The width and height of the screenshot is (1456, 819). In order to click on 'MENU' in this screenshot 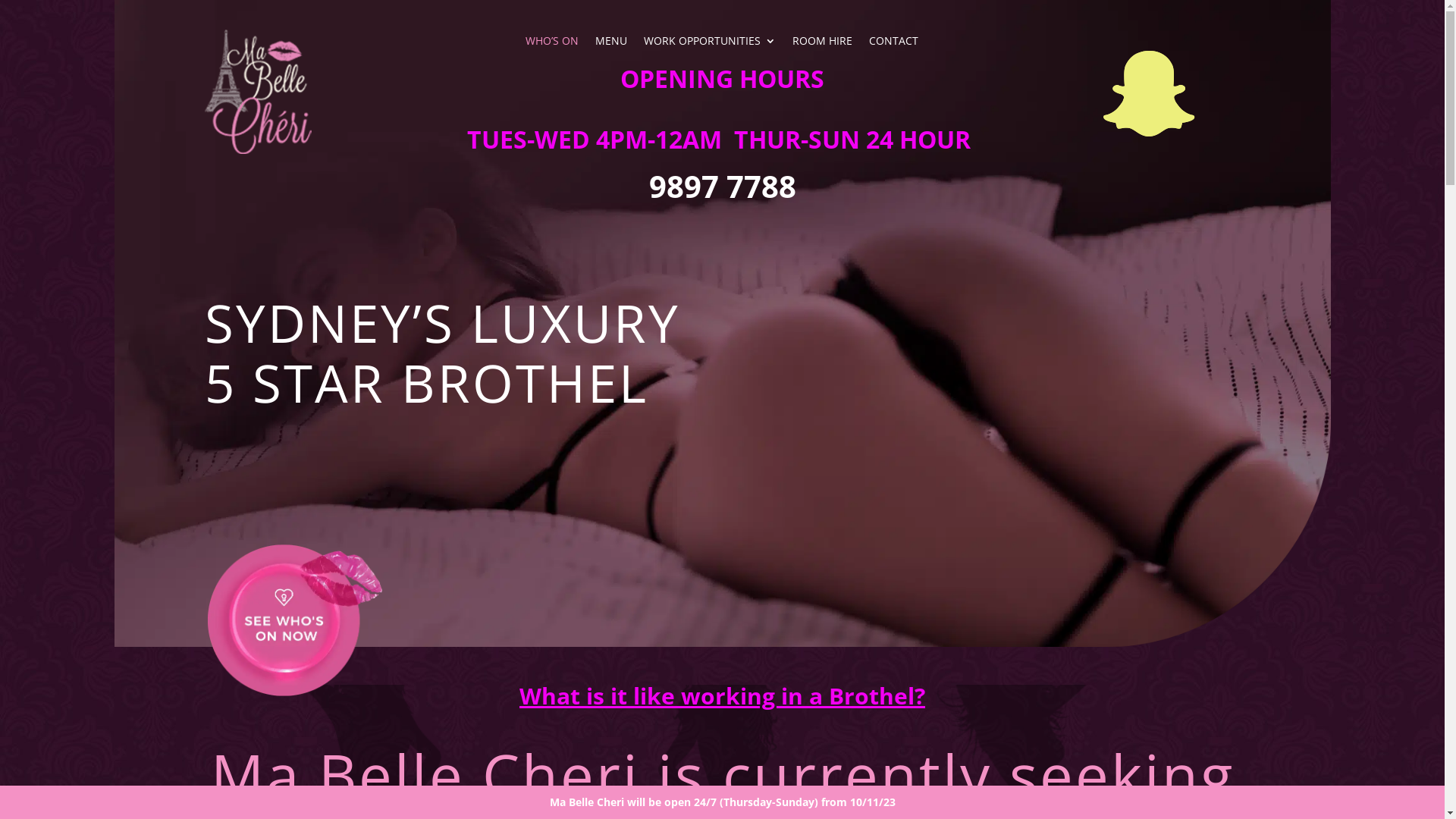, I will do `click(611, 42)`.